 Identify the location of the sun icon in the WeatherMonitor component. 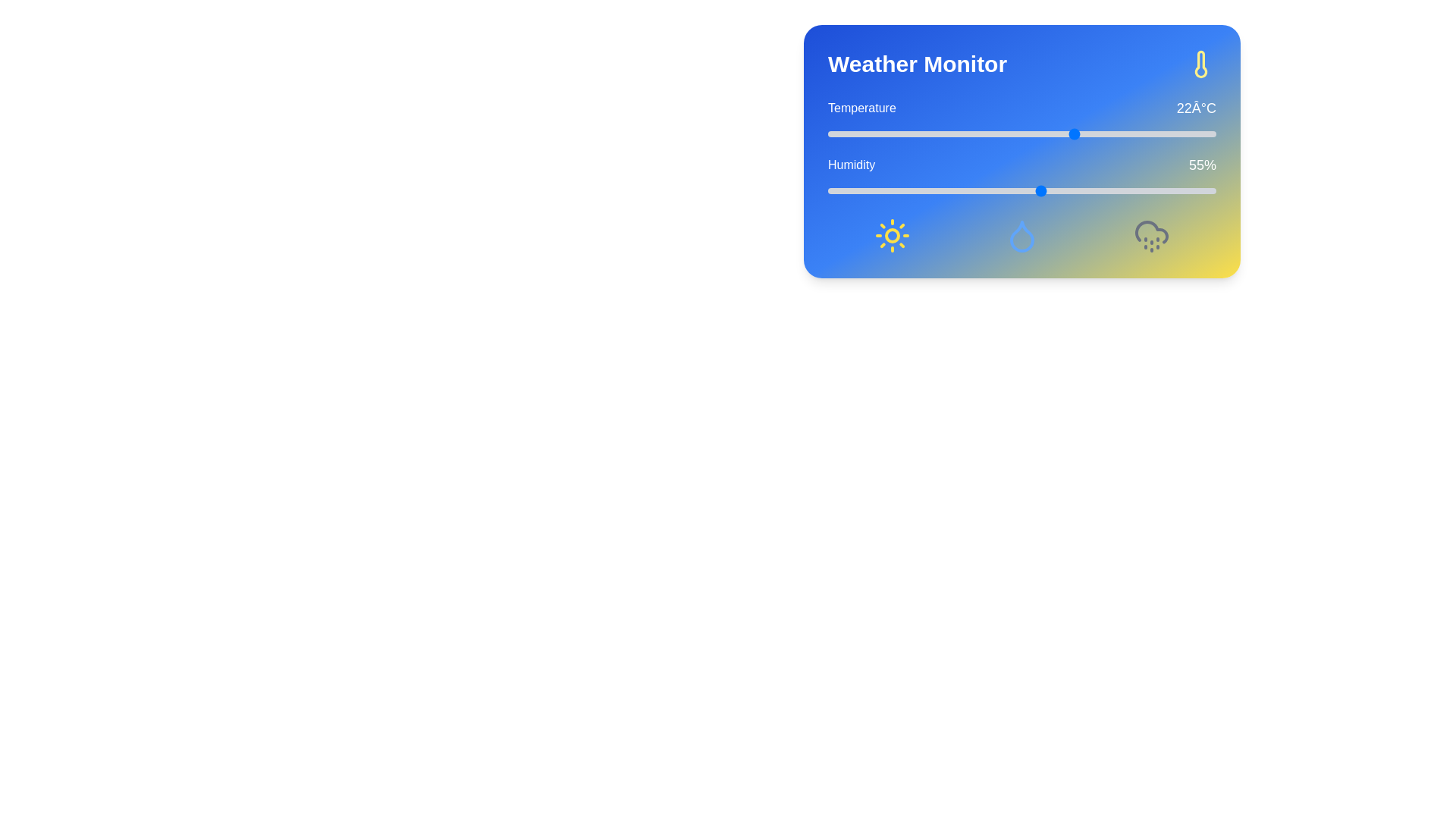
(892, 236).